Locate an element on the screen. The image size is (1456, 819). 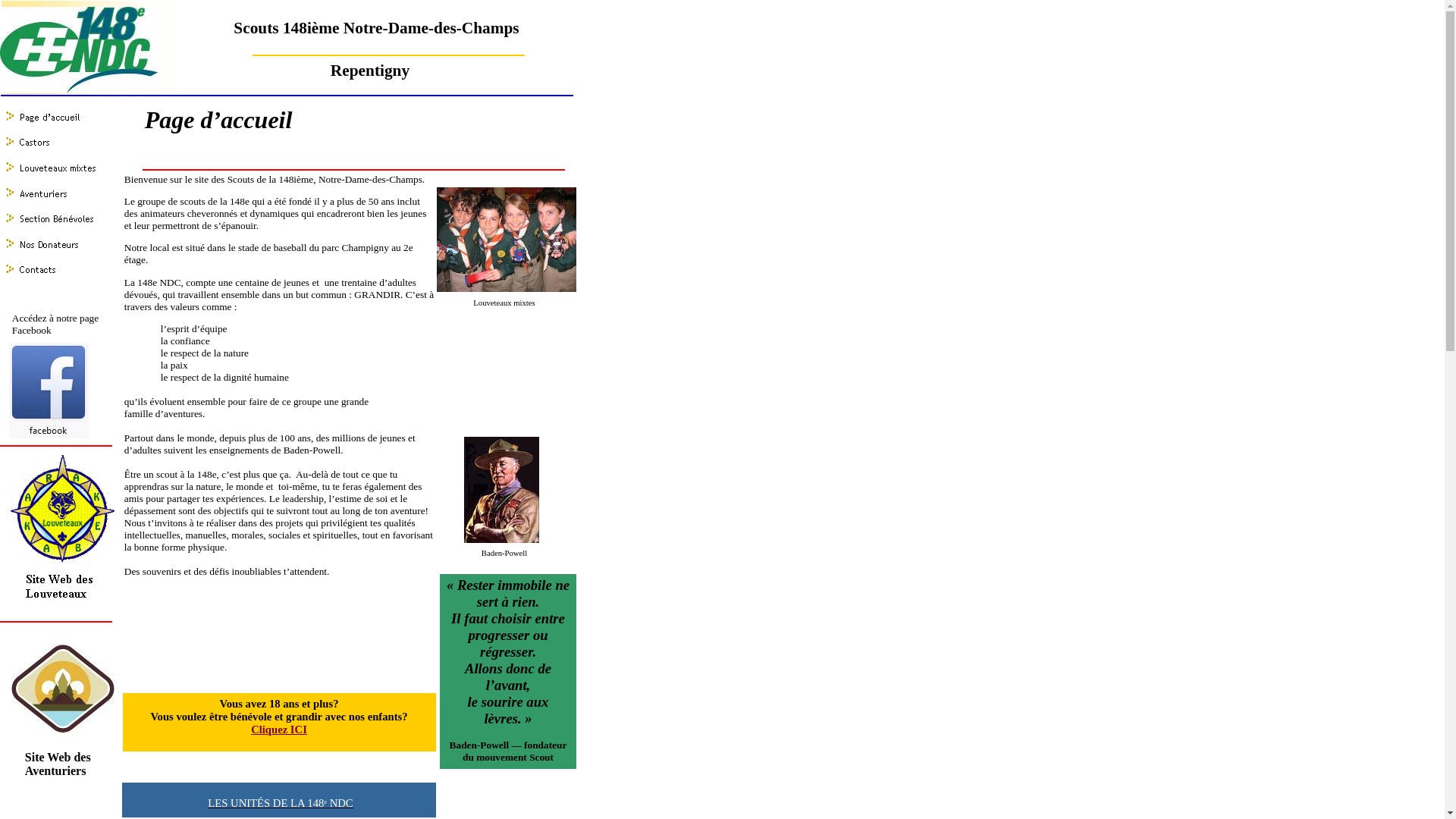
'Cliquez ICI' is located at coordinates (251, 729).